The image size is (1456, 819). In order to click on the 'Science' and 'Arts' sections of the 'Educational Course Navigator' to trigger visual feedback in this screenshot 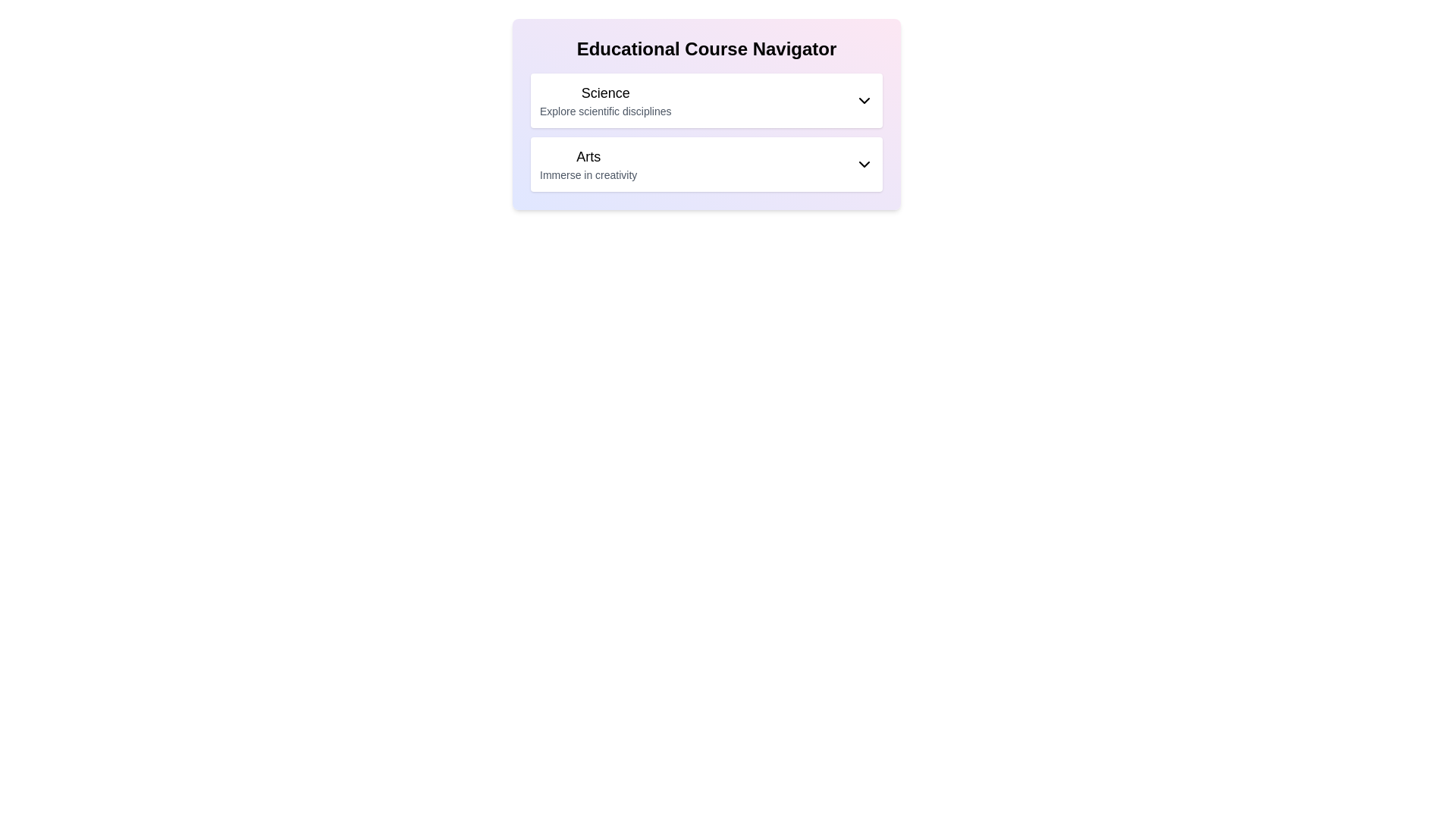, I will do `click(705, 113)`.